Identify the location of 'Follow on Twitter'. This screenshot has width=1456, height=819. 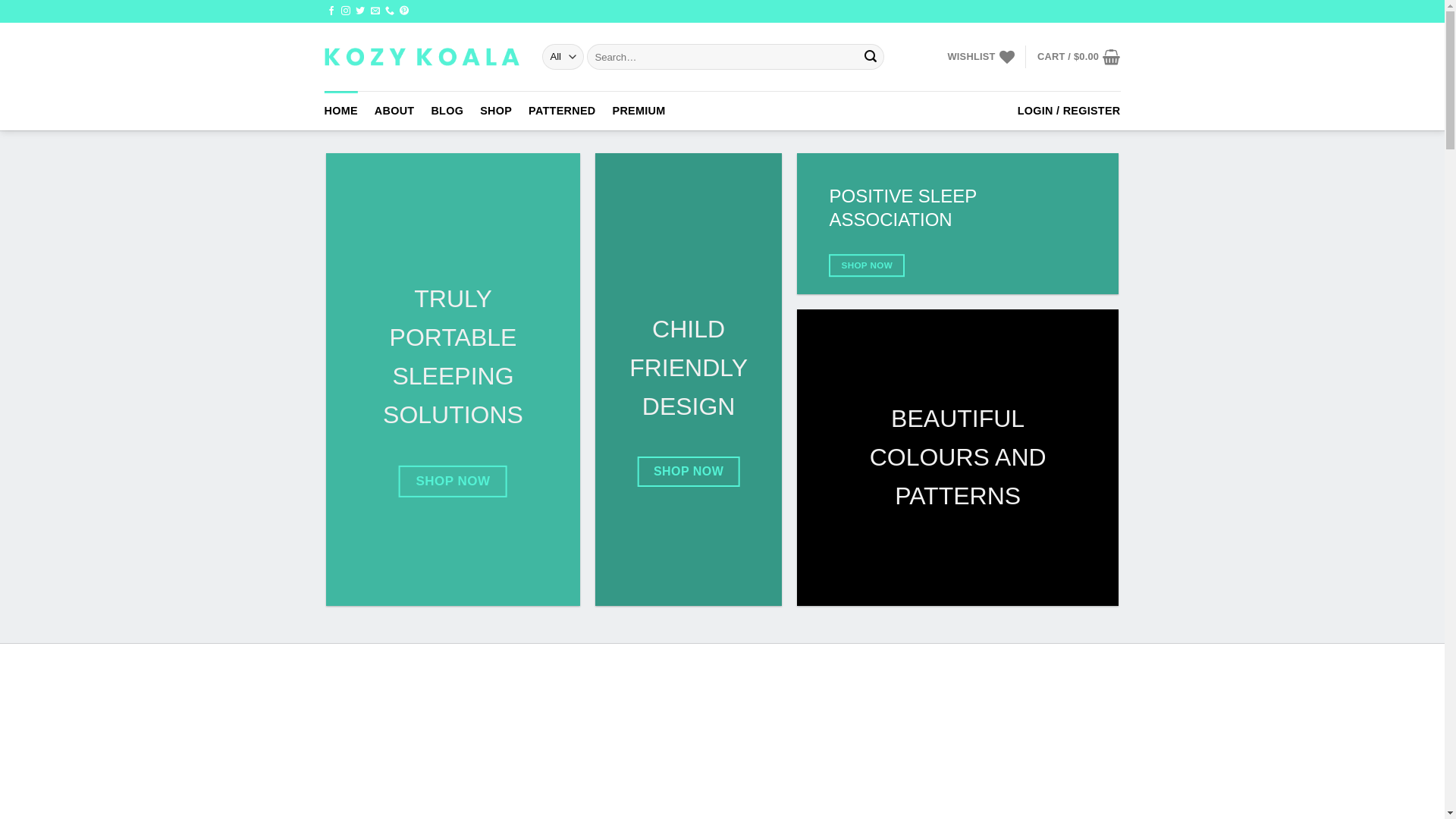
(359, 11).